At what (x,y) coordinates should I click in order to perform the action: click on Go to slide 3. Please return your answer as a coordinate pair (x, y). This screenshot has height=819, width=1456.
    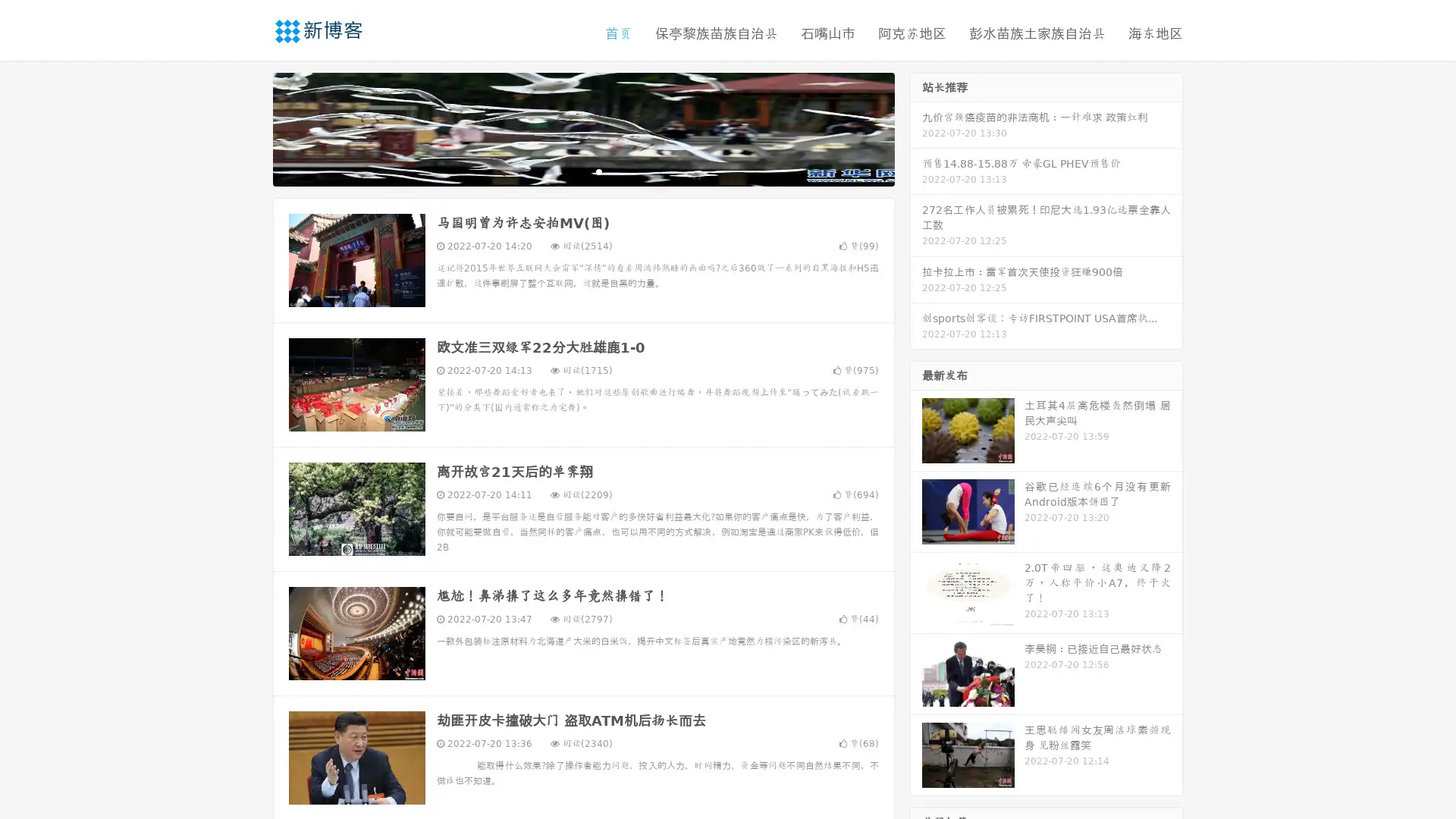
    Looking at the image, I should click on (598, 171).